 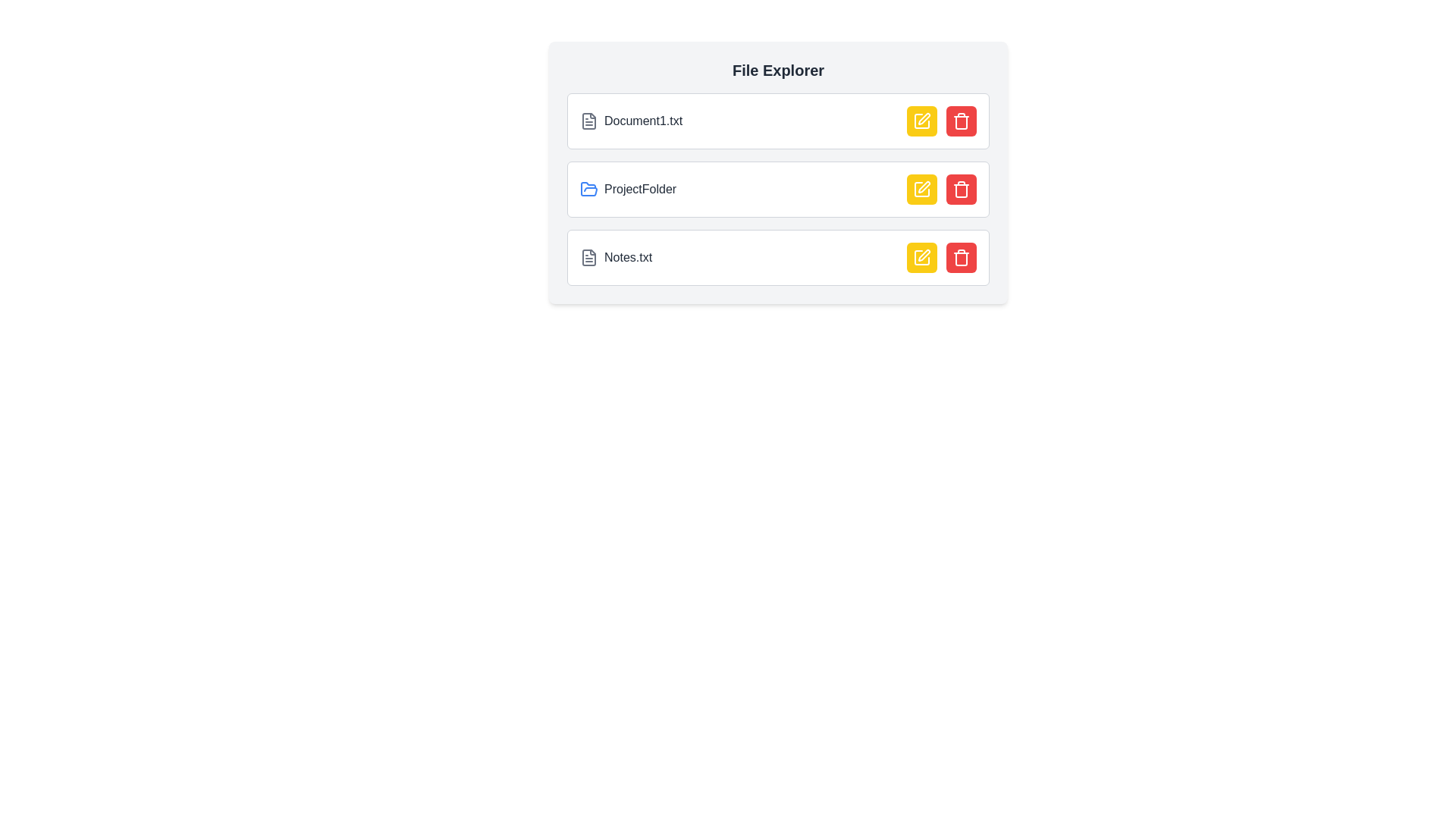 I want to click on the yellow button with a pen icon, so click(x=941, y=120).